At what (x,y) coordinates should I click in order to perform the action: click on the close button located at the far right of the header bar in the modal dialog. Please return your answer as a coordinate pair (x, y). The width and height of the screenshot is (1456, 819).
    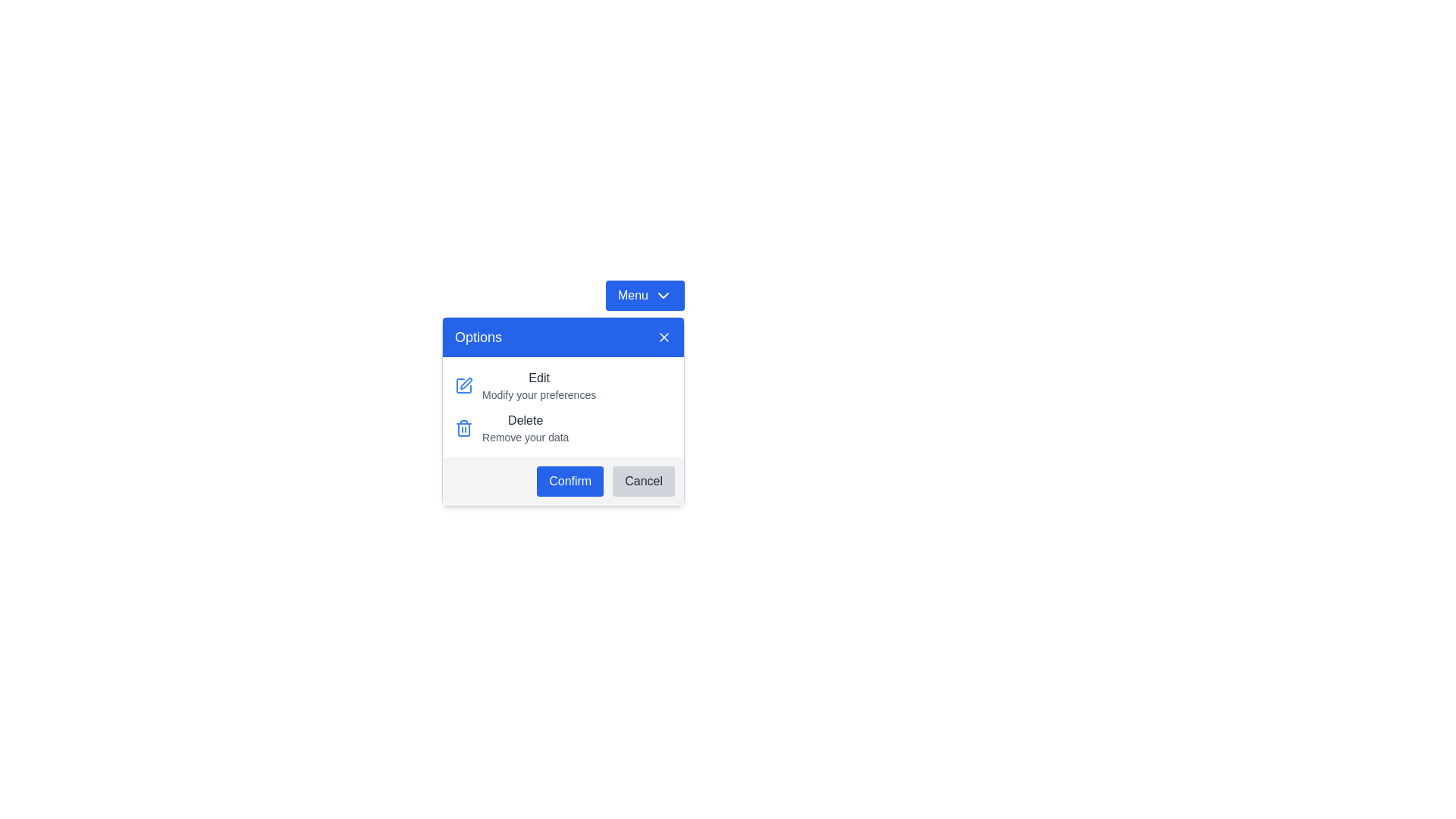
    Looking at the image, I should click on (664, 336).